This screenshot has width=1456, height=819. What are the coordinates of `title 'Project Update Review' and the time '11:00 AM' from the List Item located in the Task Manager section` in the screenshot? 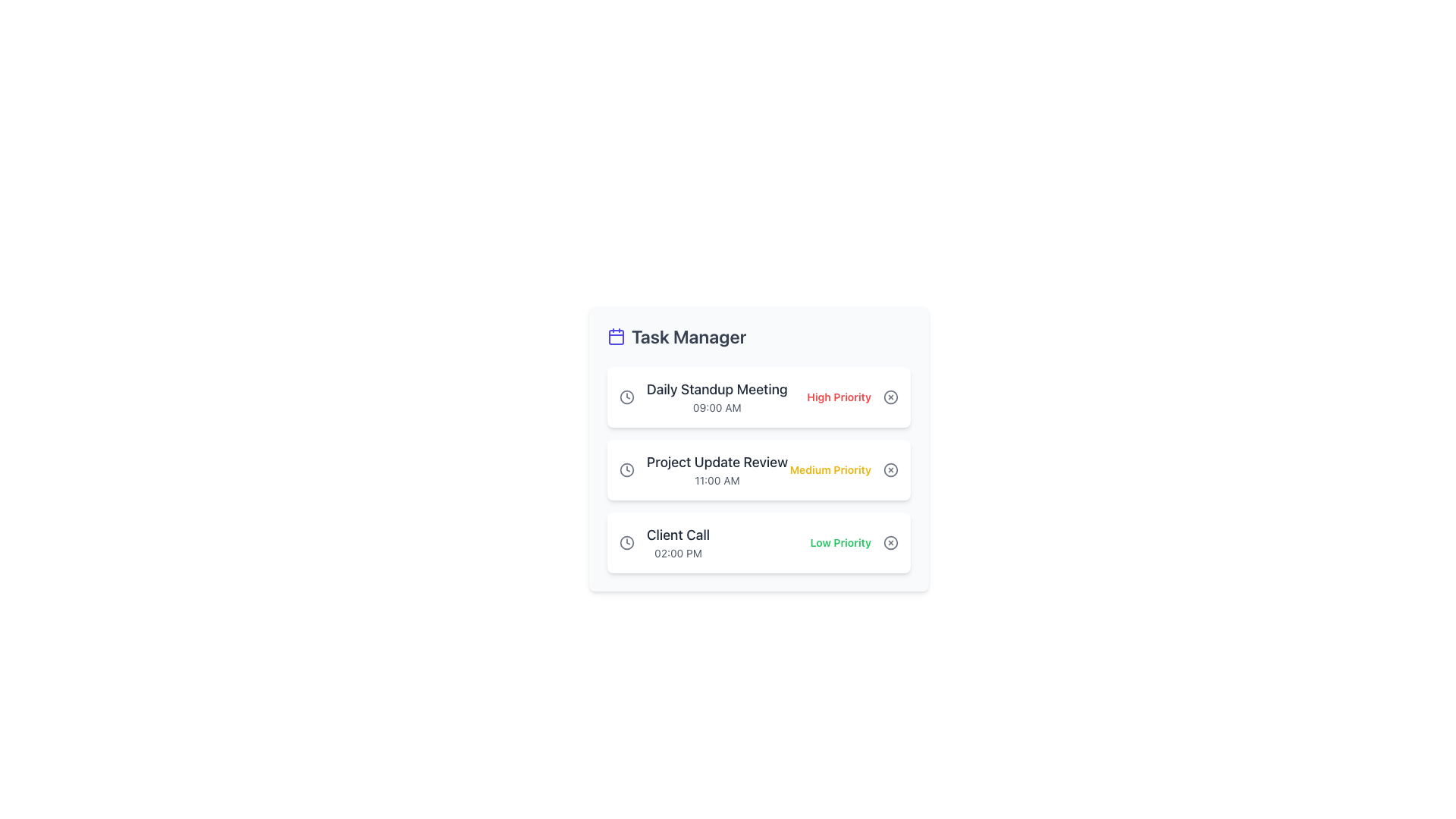 It's located at (702, 469).